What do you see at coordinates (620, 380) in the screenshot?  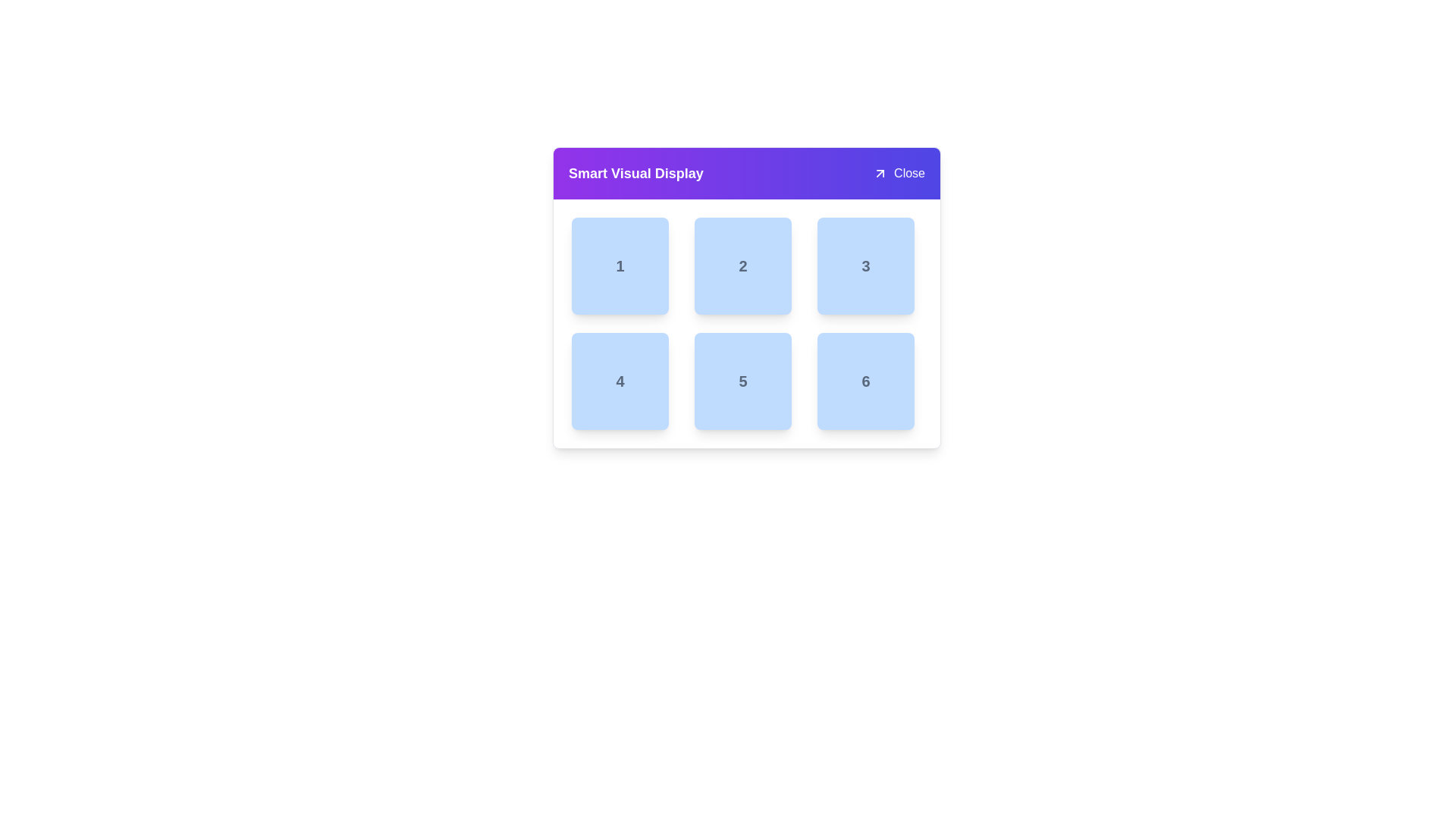 I see `the label or text element located in the second row and first column of the grid, which is centered within a 32x32 rounded blue box` at bounding box center [620, 380].